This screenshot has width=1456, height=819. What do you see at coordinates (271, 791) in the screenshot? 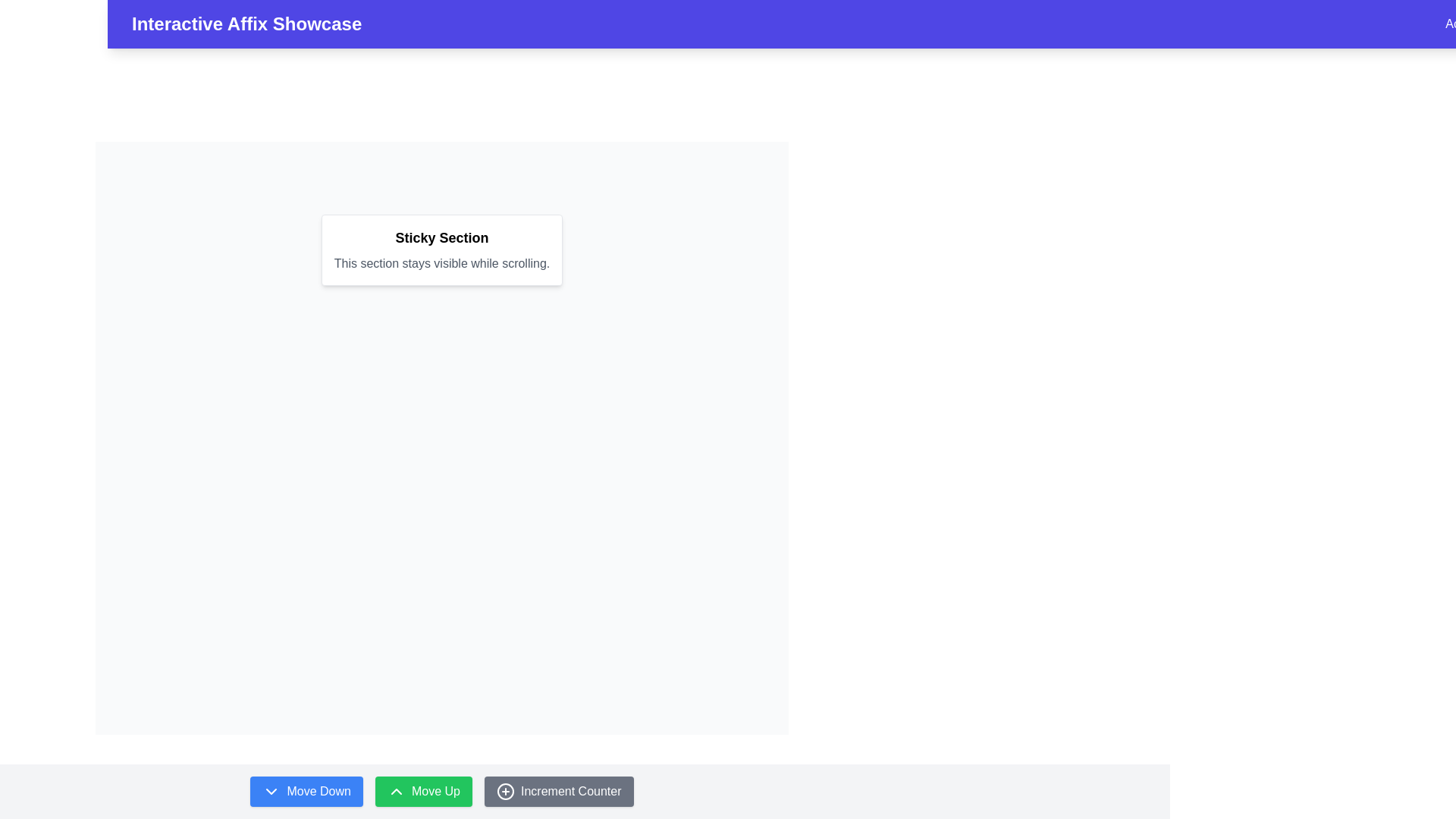
I see `the chevron icon located on the left side of the 'Move Down' button, which indicates the direction of the associated action` at bounding box center [271, 791].